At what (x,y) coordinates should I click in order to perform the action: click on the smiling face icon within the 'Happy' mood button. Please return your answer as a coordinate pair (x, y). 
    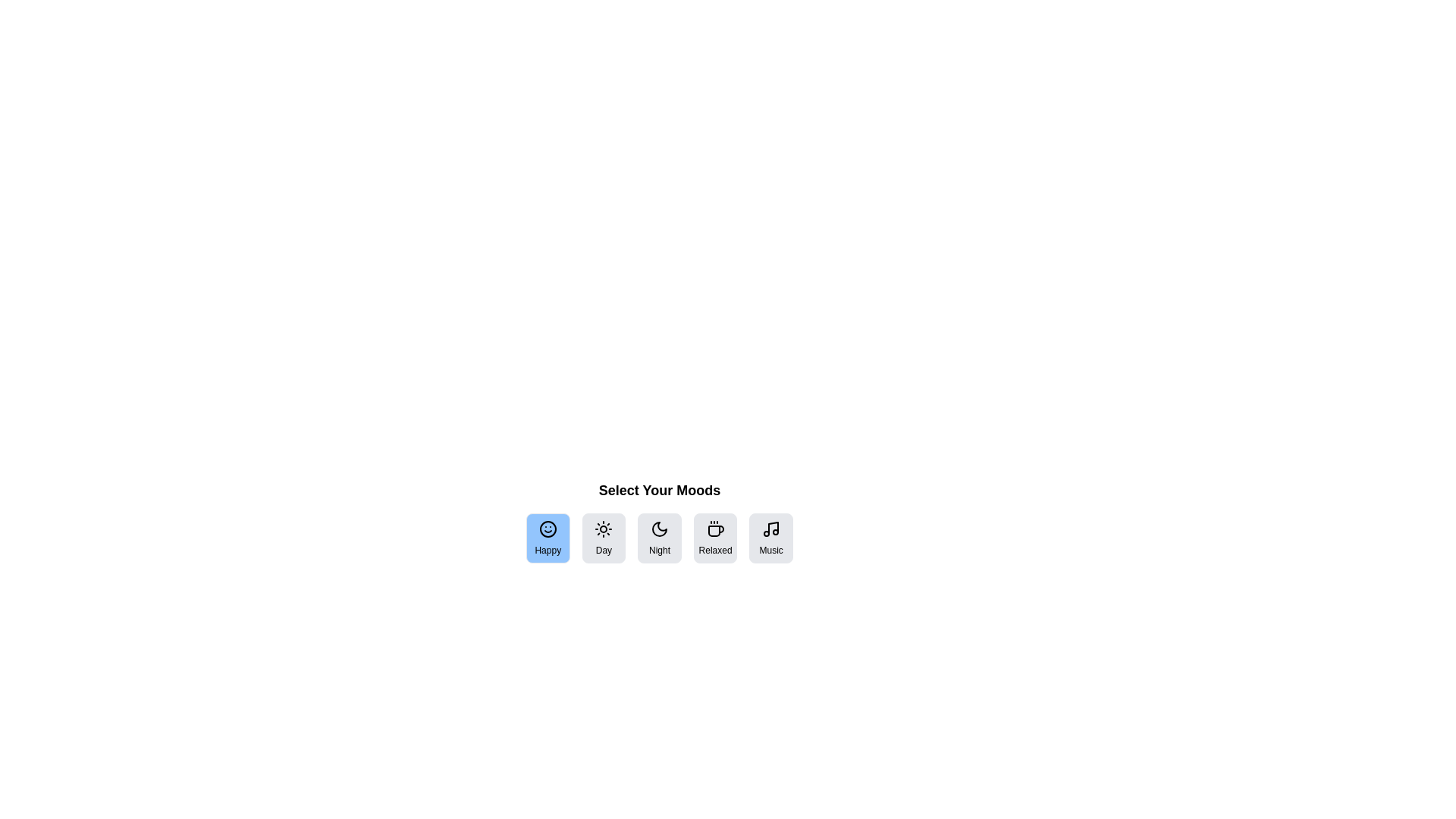
    Looking at the image, I should click on (547, 529).